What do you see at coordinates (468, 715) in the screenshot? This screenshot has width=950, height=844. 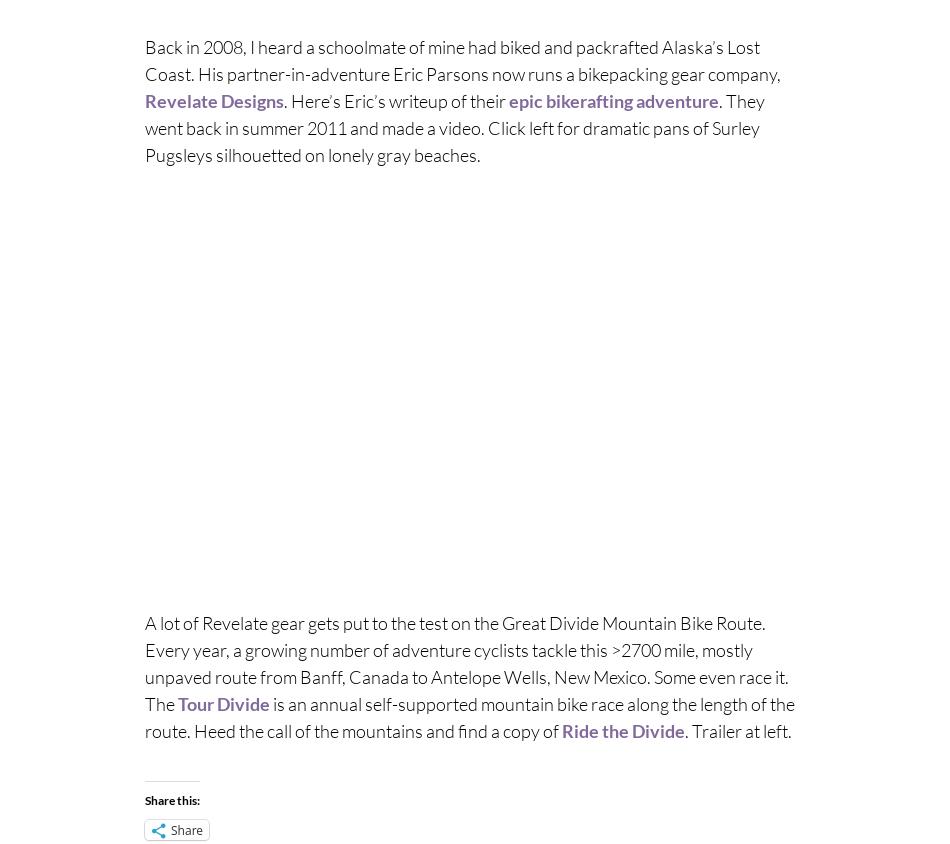 I see `'is an annual self-supported mountain bike race along the length of the route. Heed the call of the mountains and find a copy of'` at bounding box center [468, 715].